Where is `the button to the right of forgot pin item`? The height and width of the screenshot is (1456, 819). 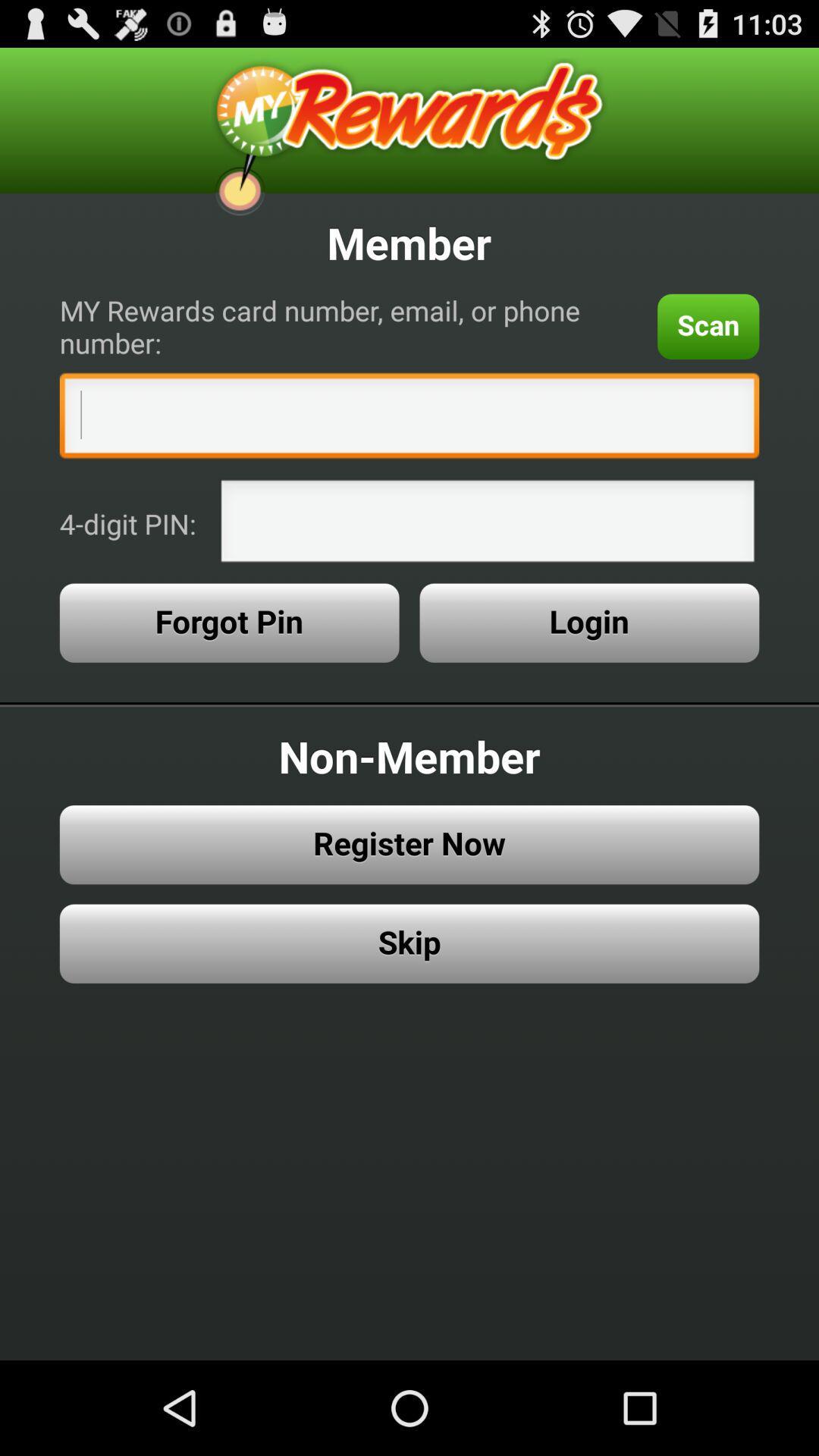 the button to the right of forgot pin item is located at coordinates (588, 623).